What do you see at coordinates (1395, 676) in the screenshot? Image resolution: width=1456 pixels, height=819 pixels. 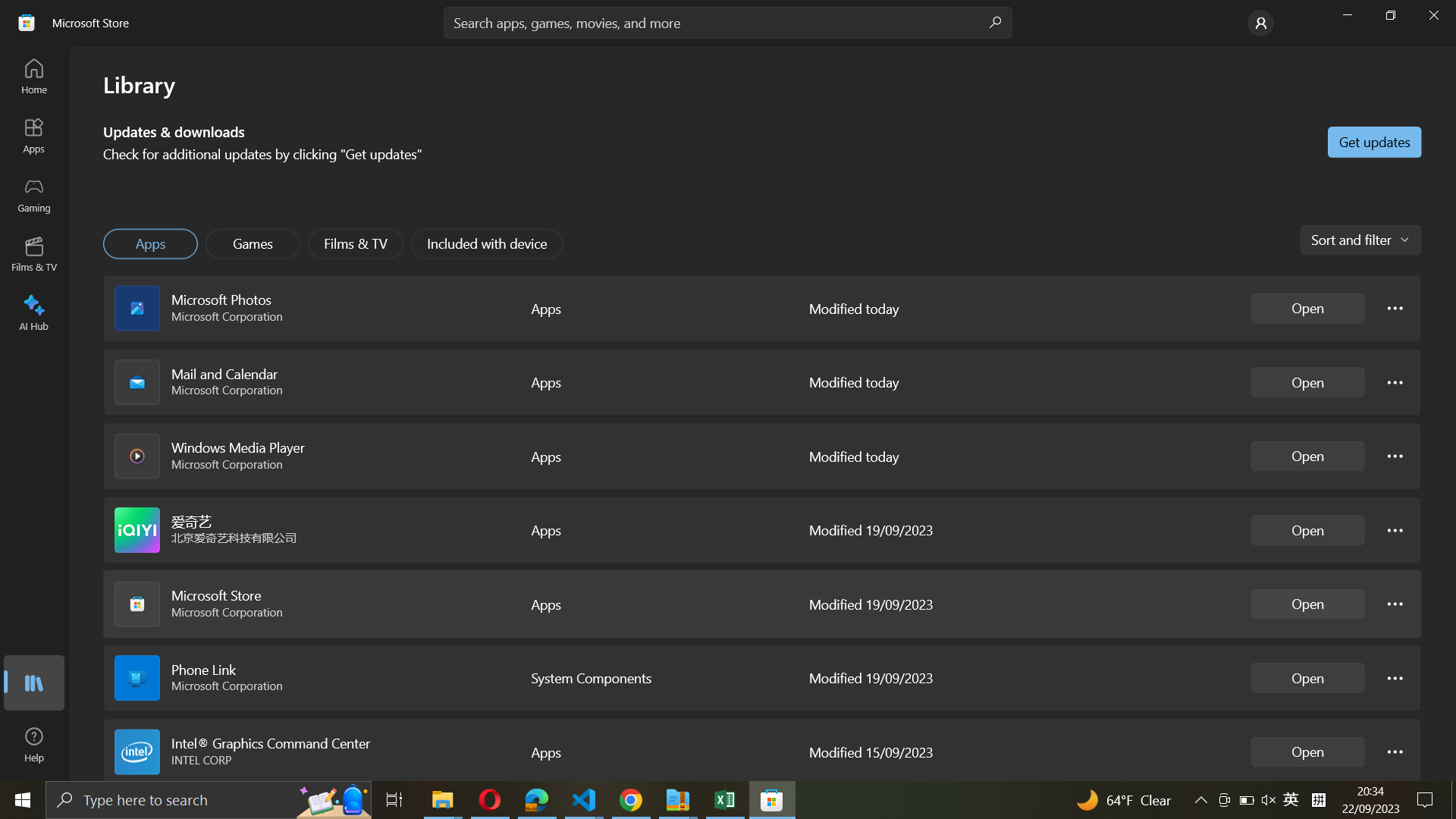 I see `phone linking settings` at bounding box center [1395, 676].